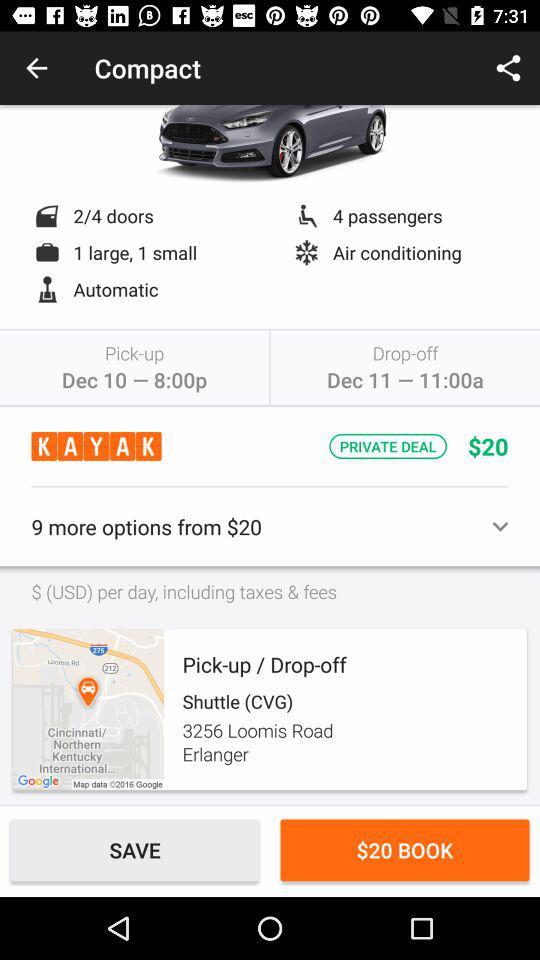  What do you see at coordinates (36, 68) in the screenshot?
I see `the item to the left of the compact` at bounding box center [36, 68].